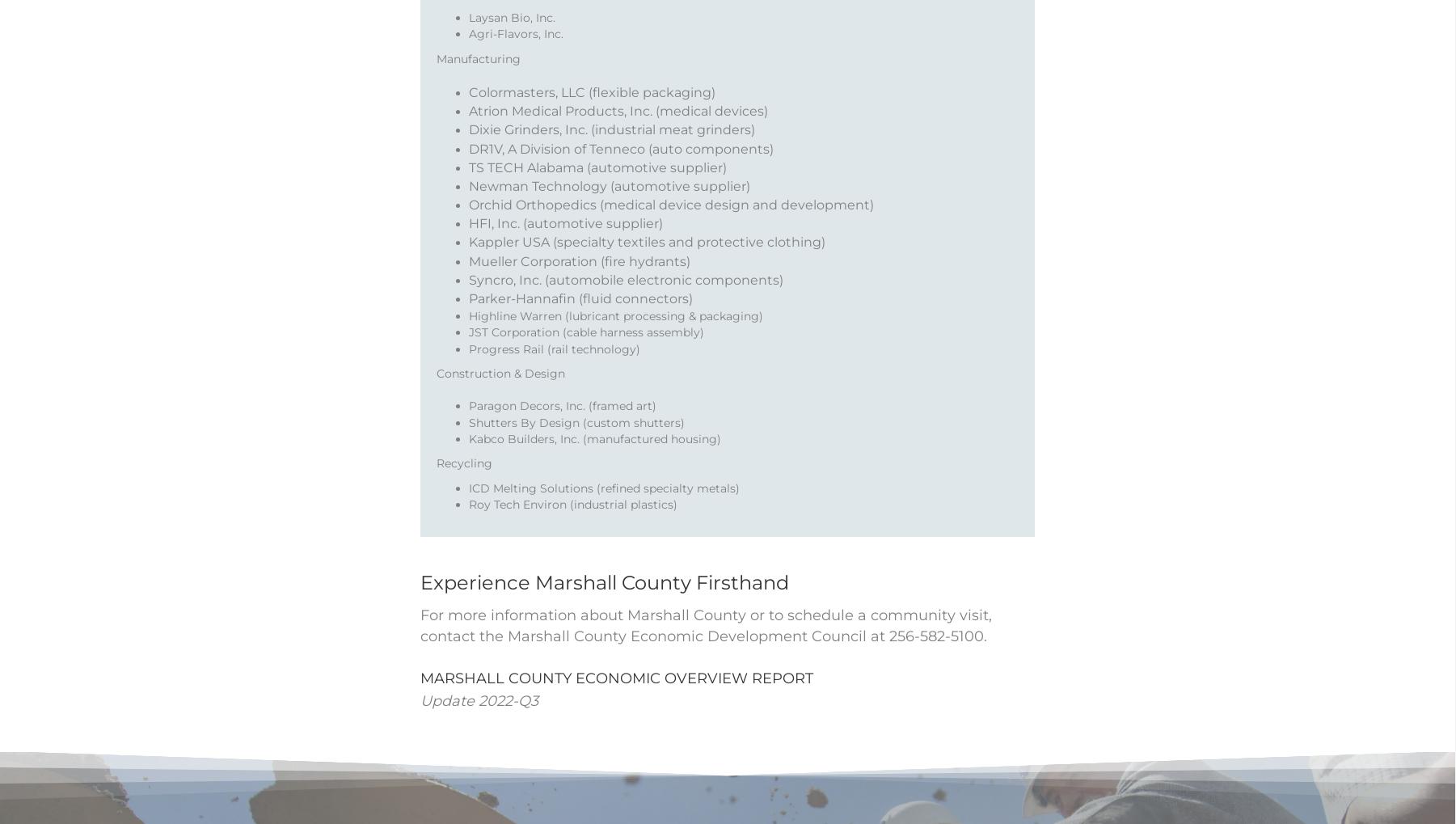 The height and width of the screenshot is (824, 1456). I want to click on 'DR1V, A Division of Tenneco (auto components)', so click(621, 168).